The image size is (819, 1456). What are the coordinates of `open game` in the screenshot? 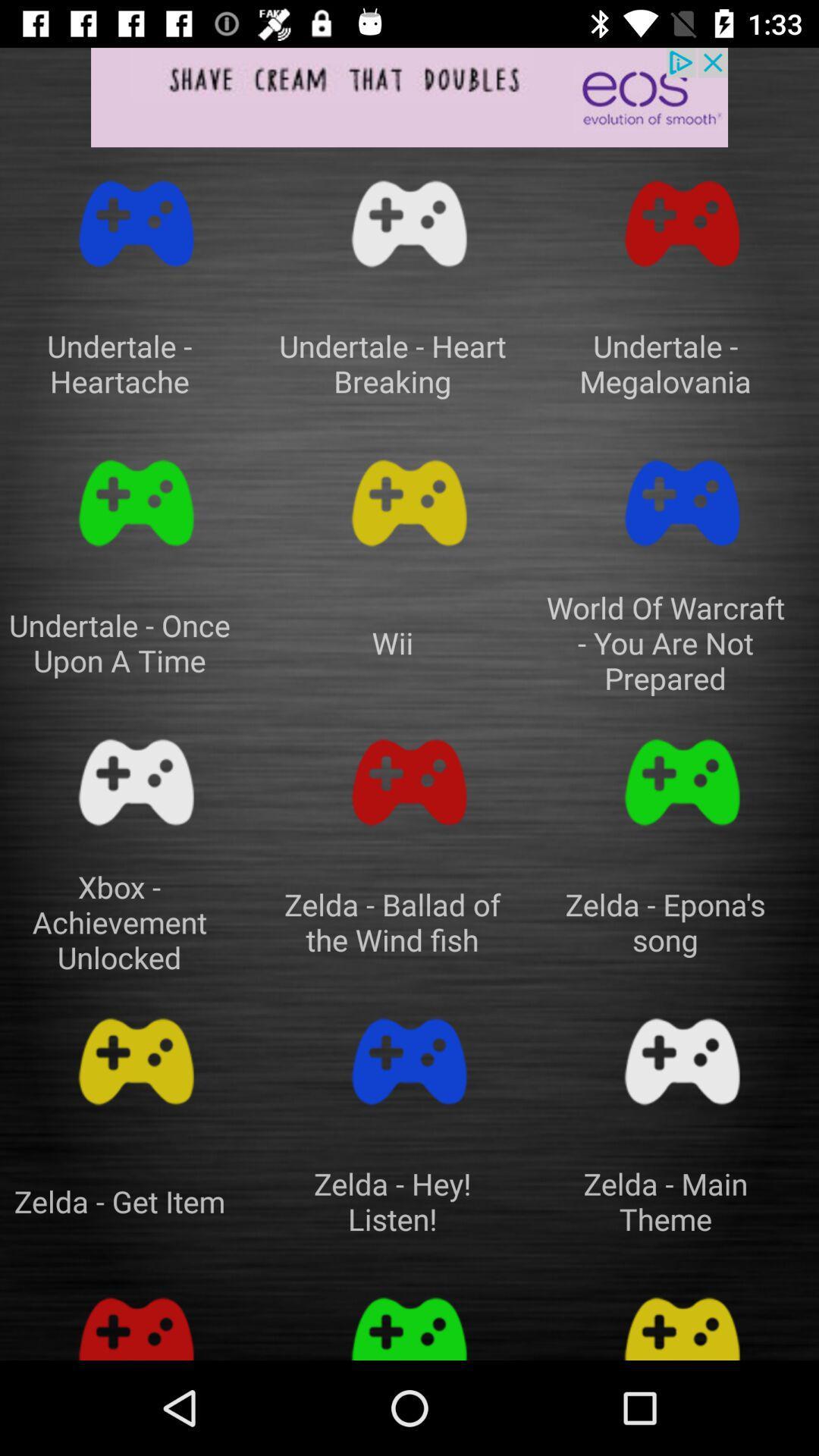 It's located at (681, 1061).